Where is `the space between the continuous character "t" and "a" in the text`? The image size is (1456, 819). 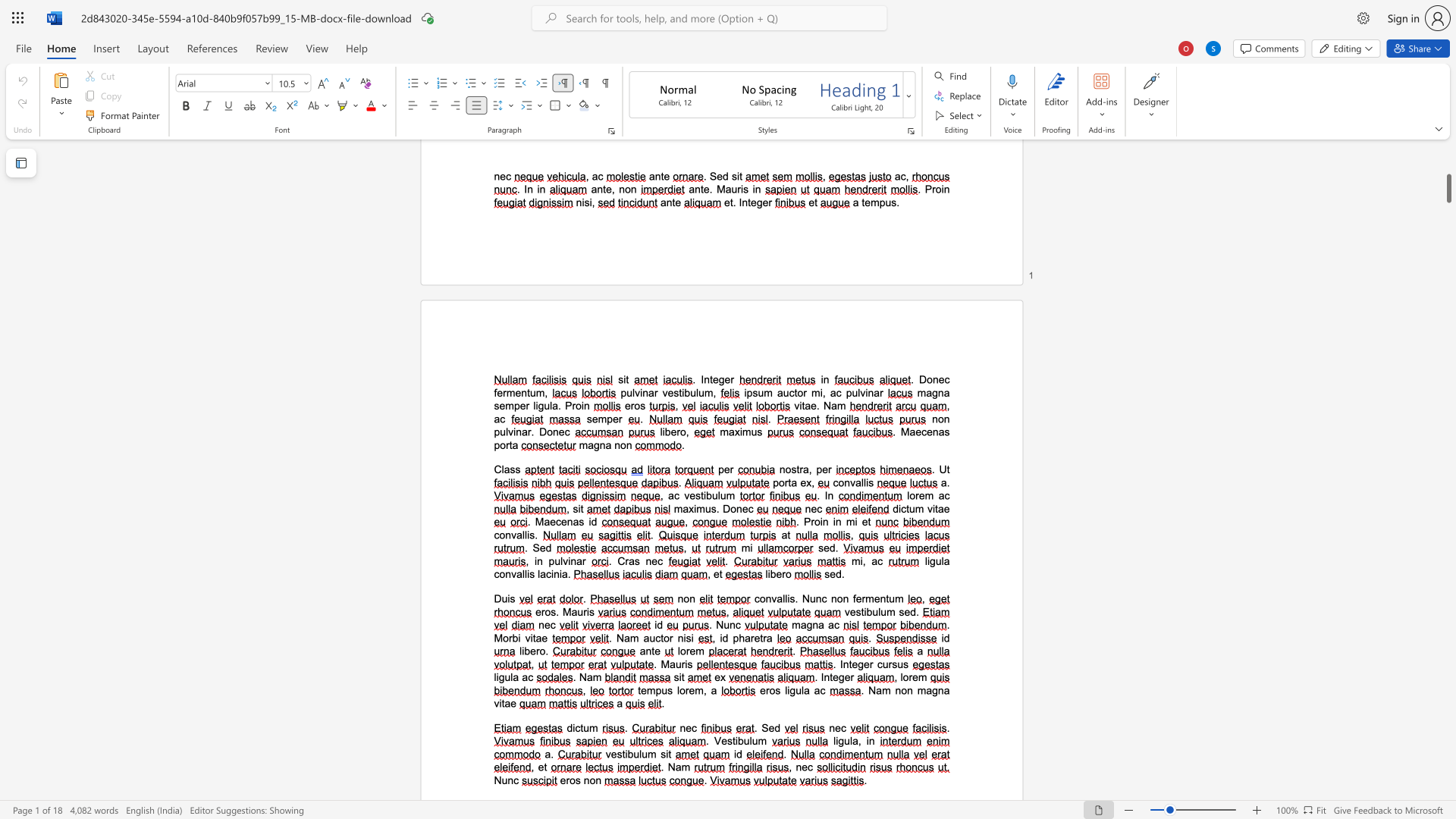
the space between the continuous character "t" and "a" in the text is located at coordinates (513, 444).